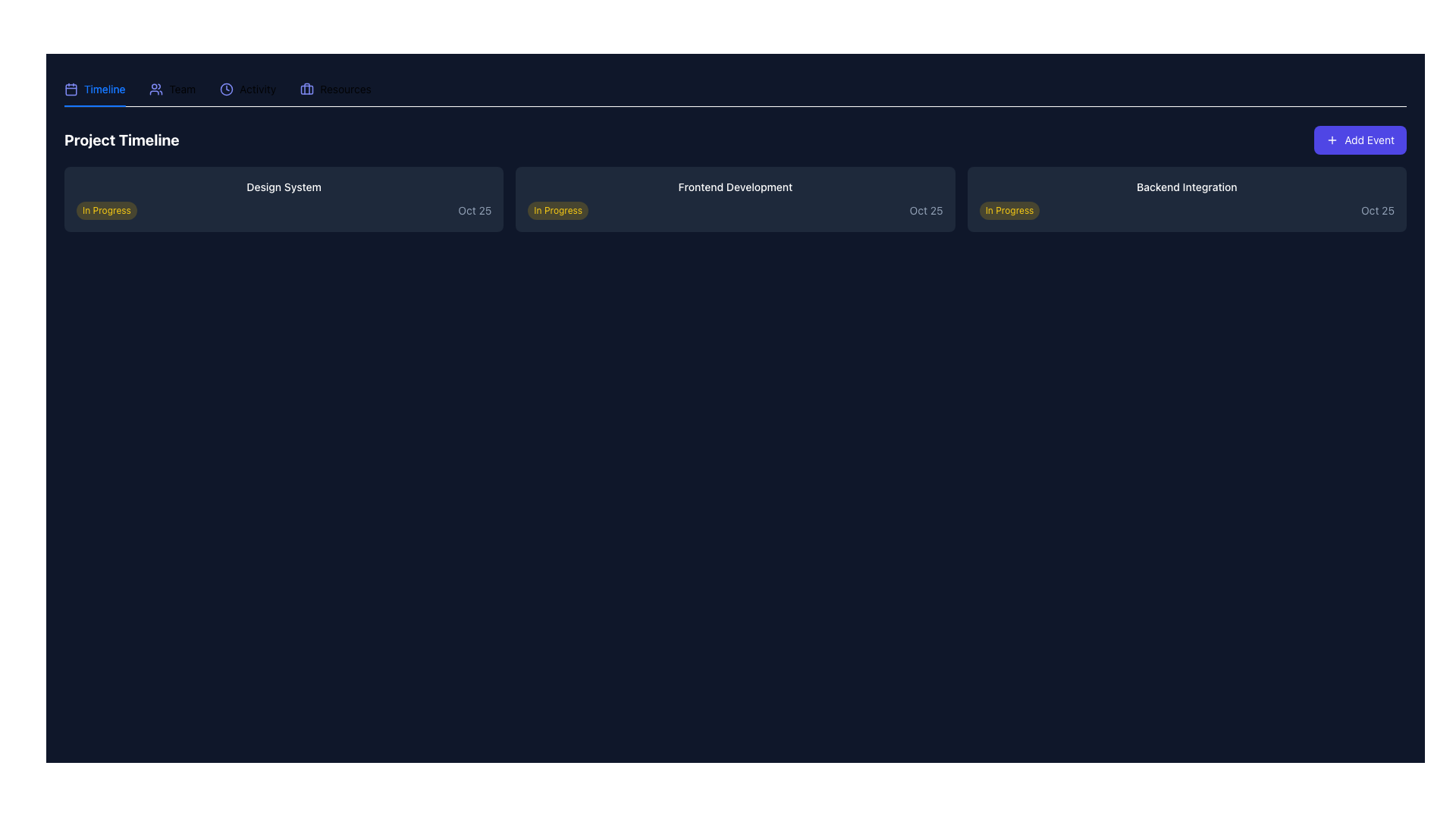 The image size is (1456, 819). What do you see at coordinates (1009, 210) in the screenshot?
I see `the status indicated by the small pill-shaped label with a yellow background that reads 'In Progress', located inside the 'Backend Integration' segment, positioned towards the left side adjacent to 'Oct 25'` at bounding box center [1009, 210].